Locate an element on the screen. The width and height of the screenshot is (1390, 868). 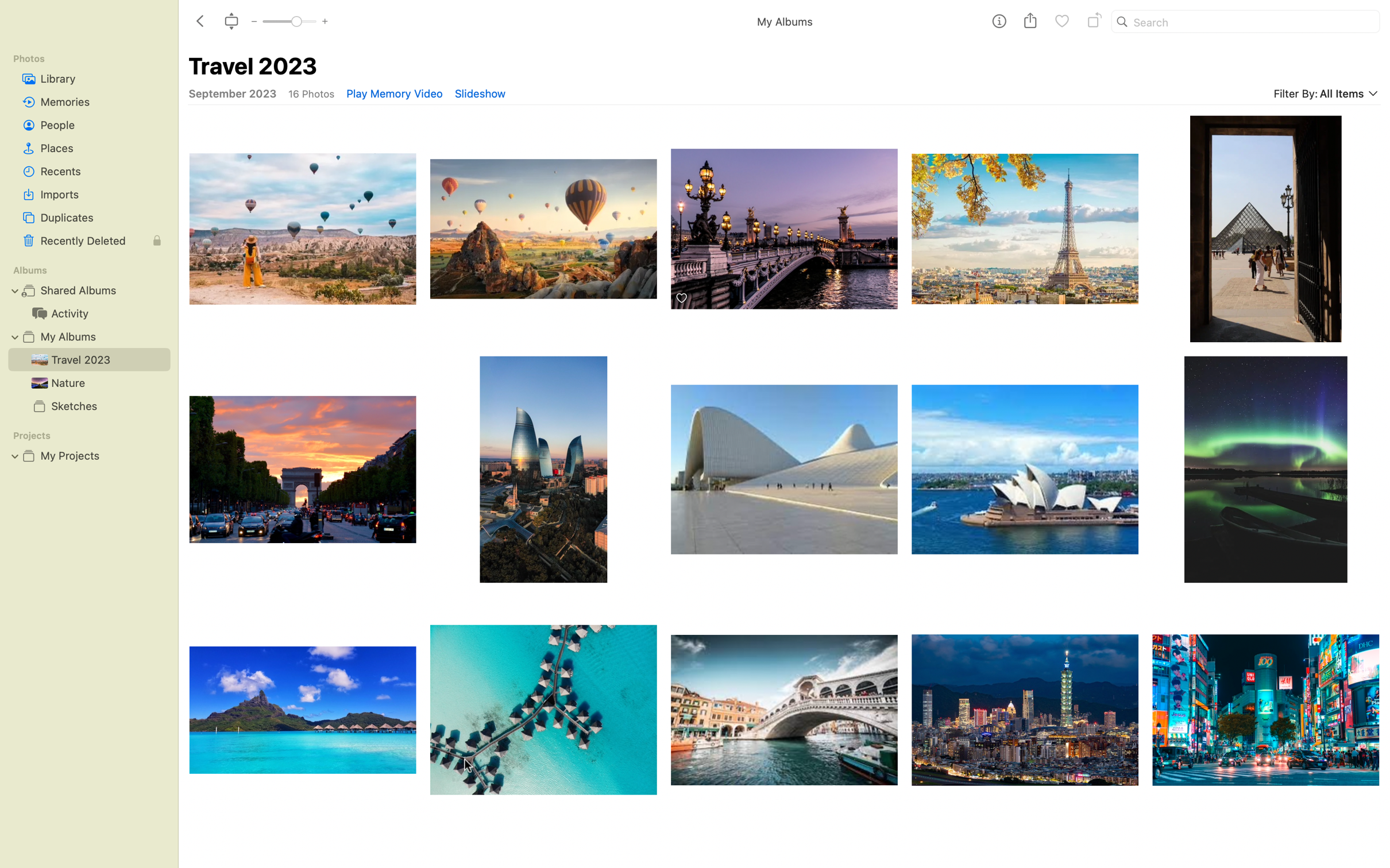
Rotate Eiffel Tower Picture twice is located at coordinates (1024, 222).